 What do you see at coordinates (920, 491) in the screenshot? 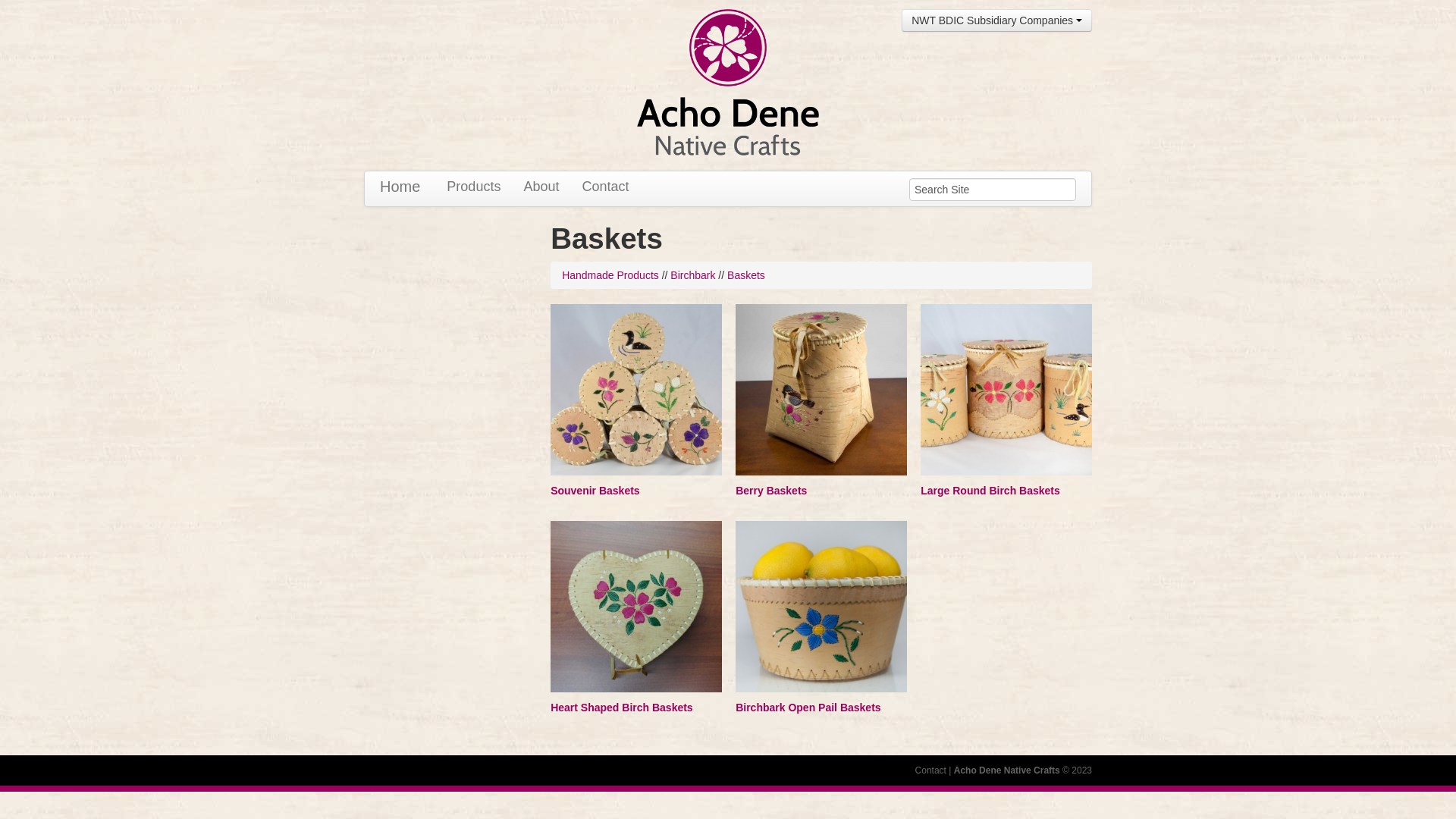
I see `'Large Round Birch Baskets'` at bounding box center [920, 491].